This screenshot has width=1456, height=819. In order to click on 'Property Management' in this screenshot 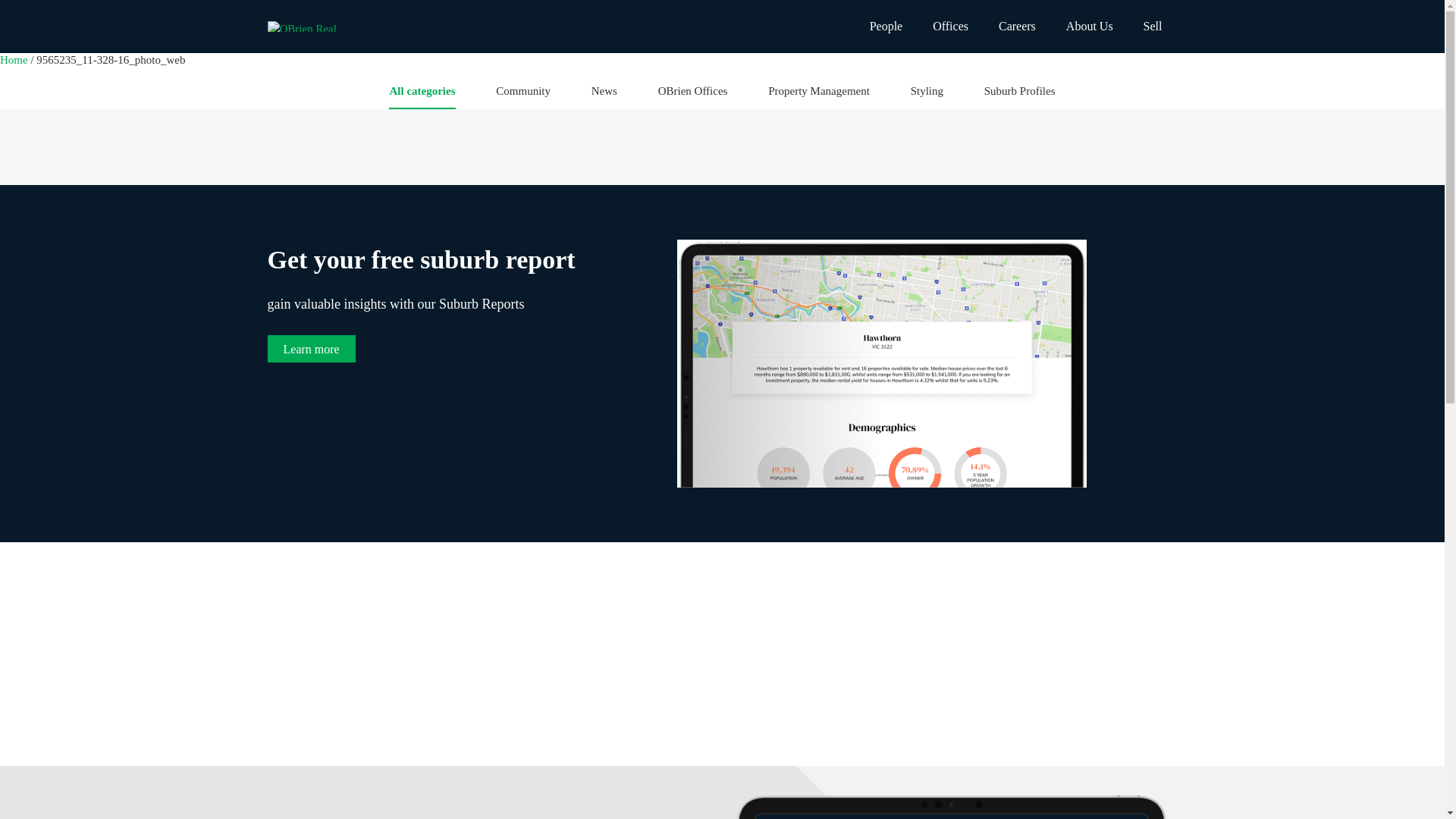, I will do `click(767, 96)`.